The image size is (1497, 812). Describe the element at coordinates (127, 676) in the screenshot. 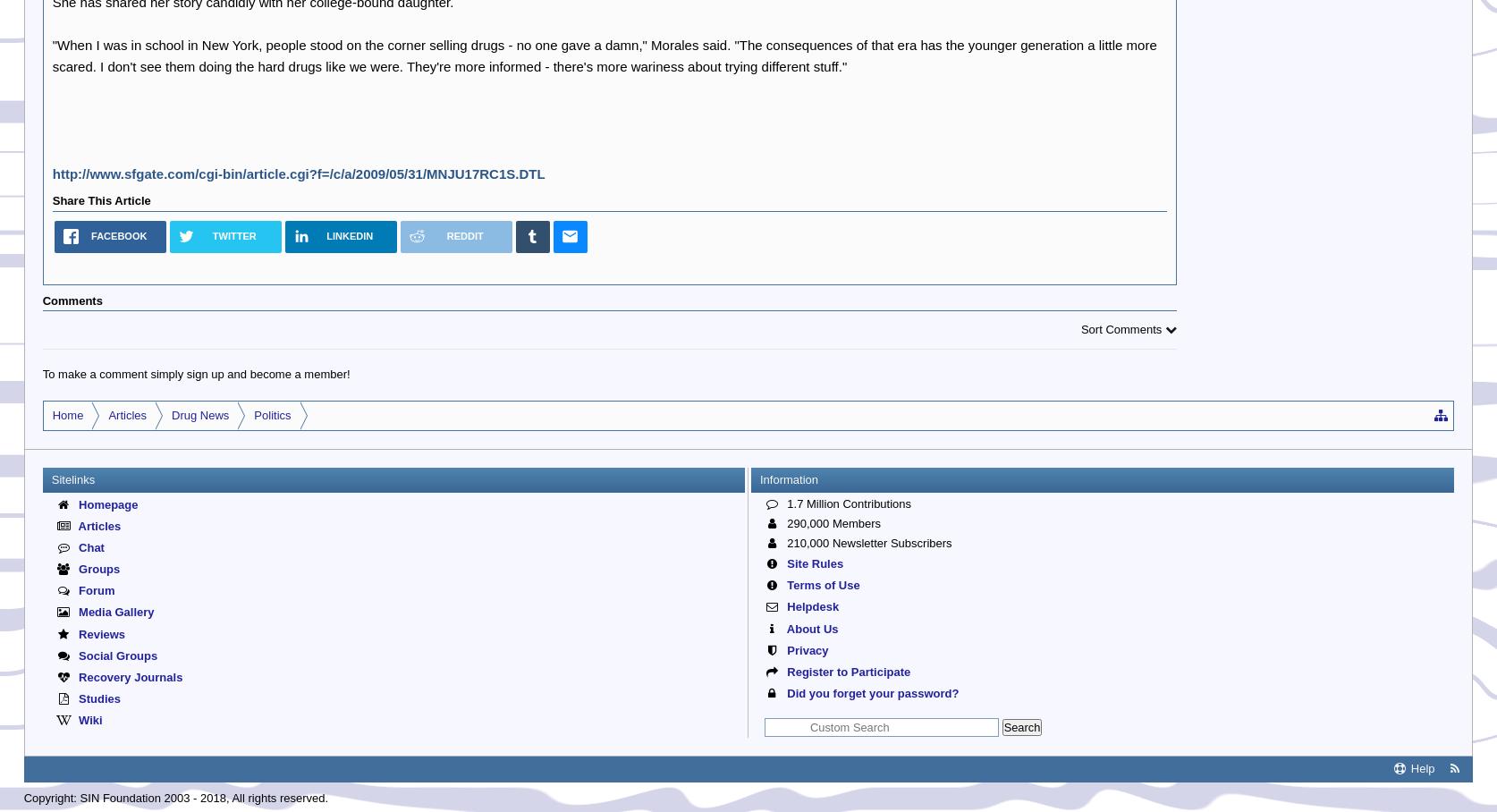

I see `'Recovery Journals'` at that location.